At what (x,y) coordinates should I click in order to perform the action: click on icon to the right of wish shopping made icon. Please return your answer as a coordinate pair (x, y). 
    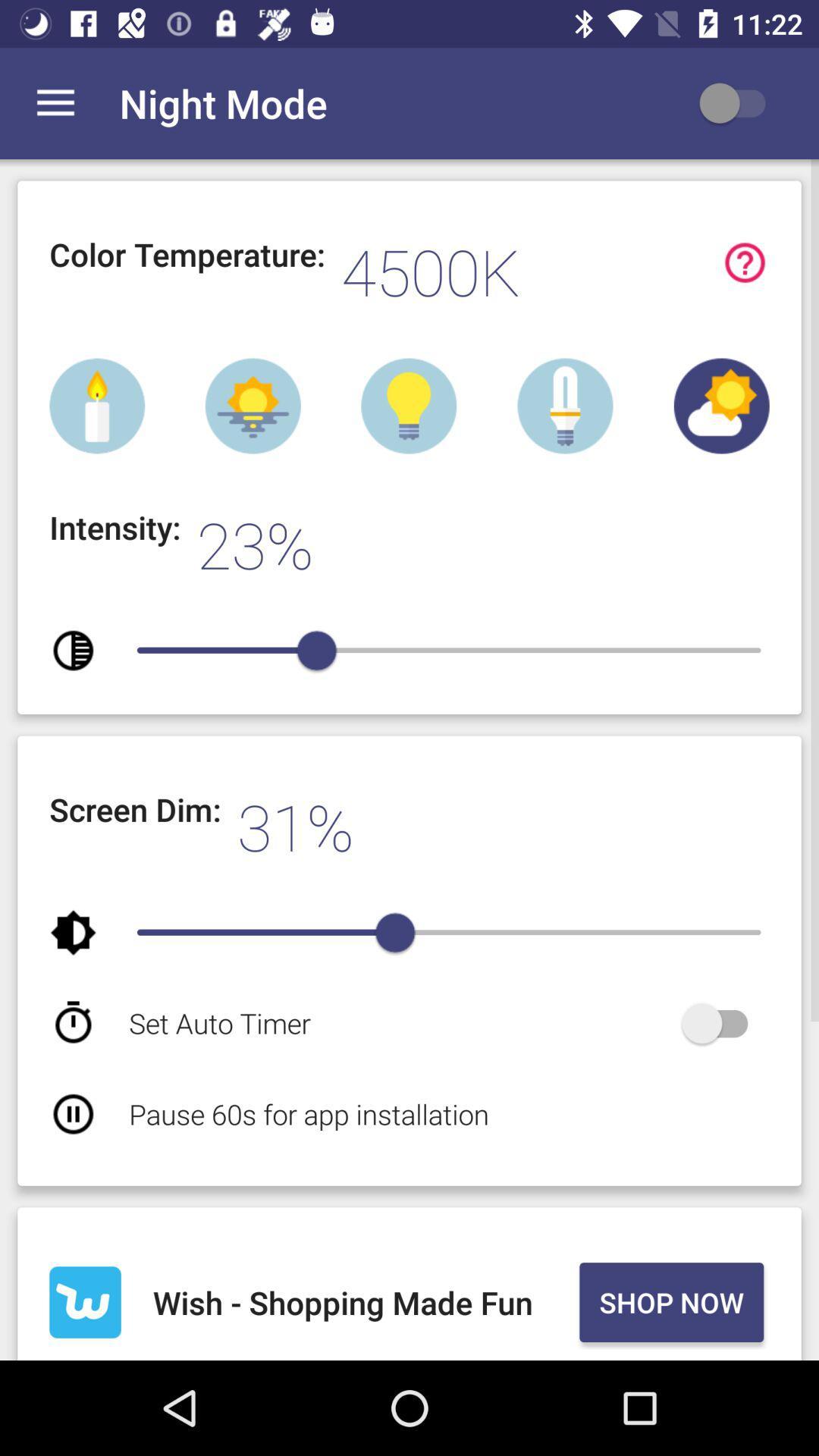
    Looking at the image, I should click on (670, 1301).